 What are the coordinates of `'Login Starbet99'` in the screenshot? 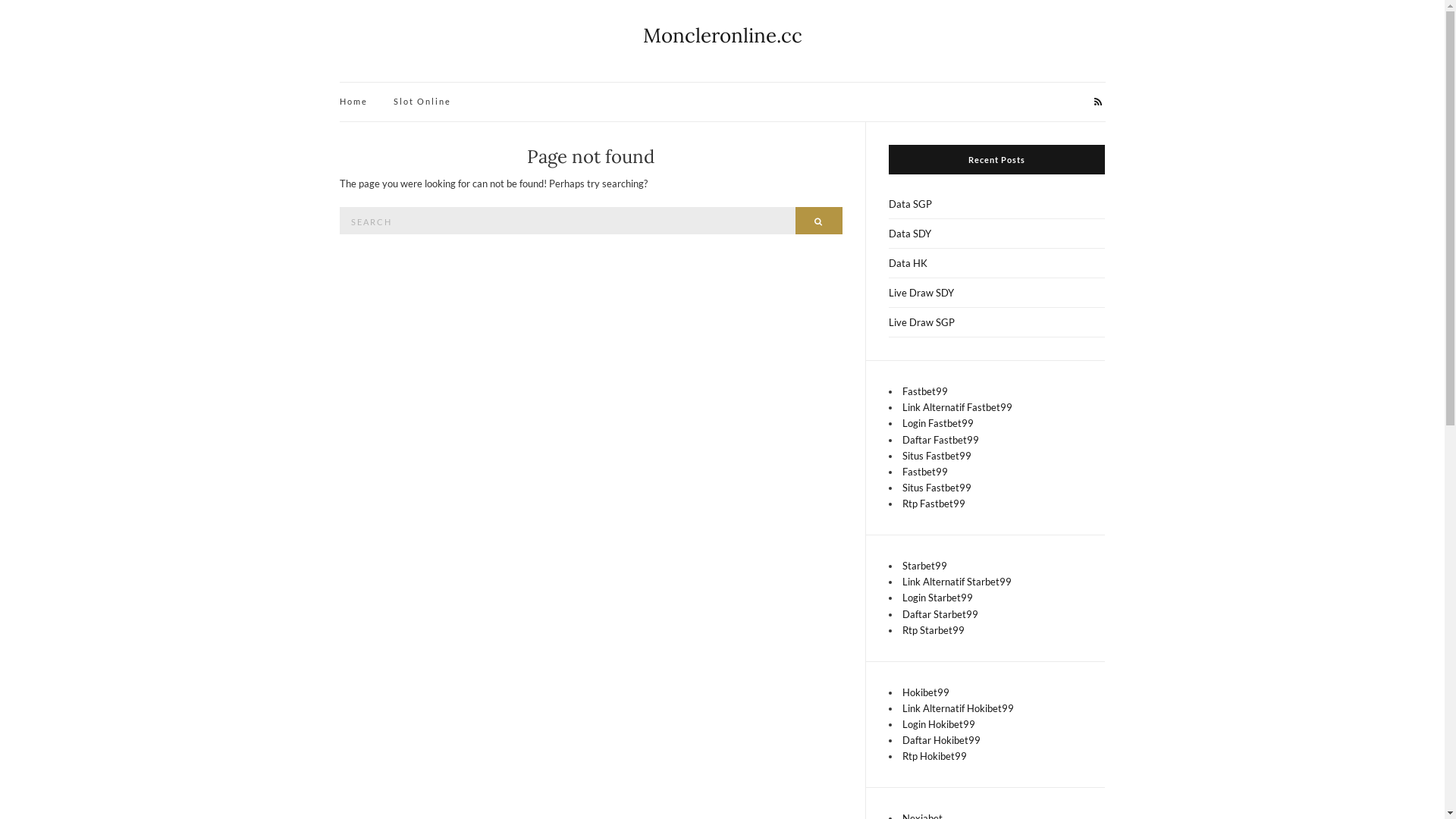 It's located at (937, 596).